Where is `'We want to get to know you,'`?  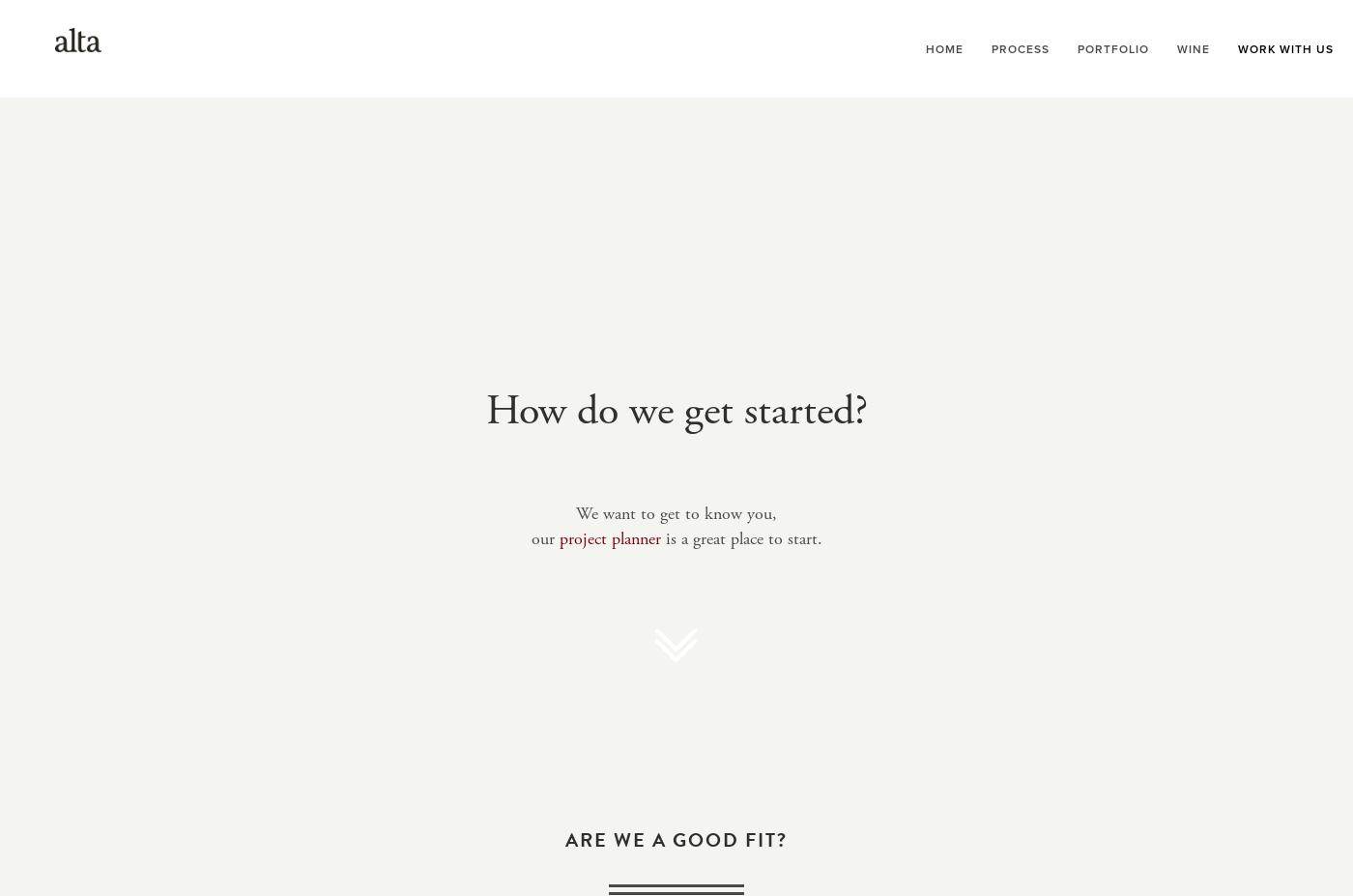
'We want to get to know you,' is located at coordinates (676, 513).